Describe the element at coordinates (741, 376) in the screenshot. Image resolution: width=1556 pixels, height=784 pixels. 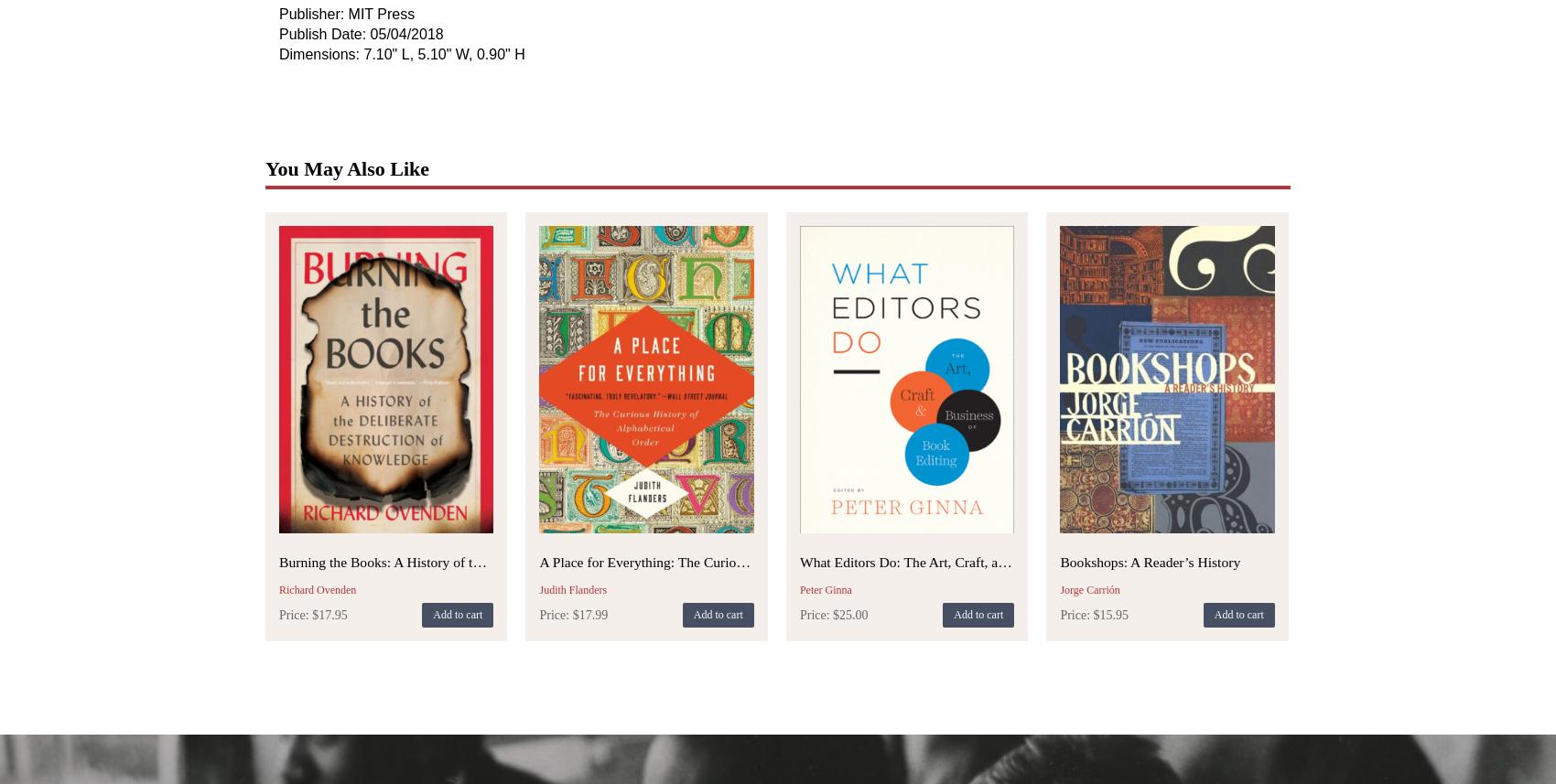
I see `'Times Literary Supplement'` at that location.